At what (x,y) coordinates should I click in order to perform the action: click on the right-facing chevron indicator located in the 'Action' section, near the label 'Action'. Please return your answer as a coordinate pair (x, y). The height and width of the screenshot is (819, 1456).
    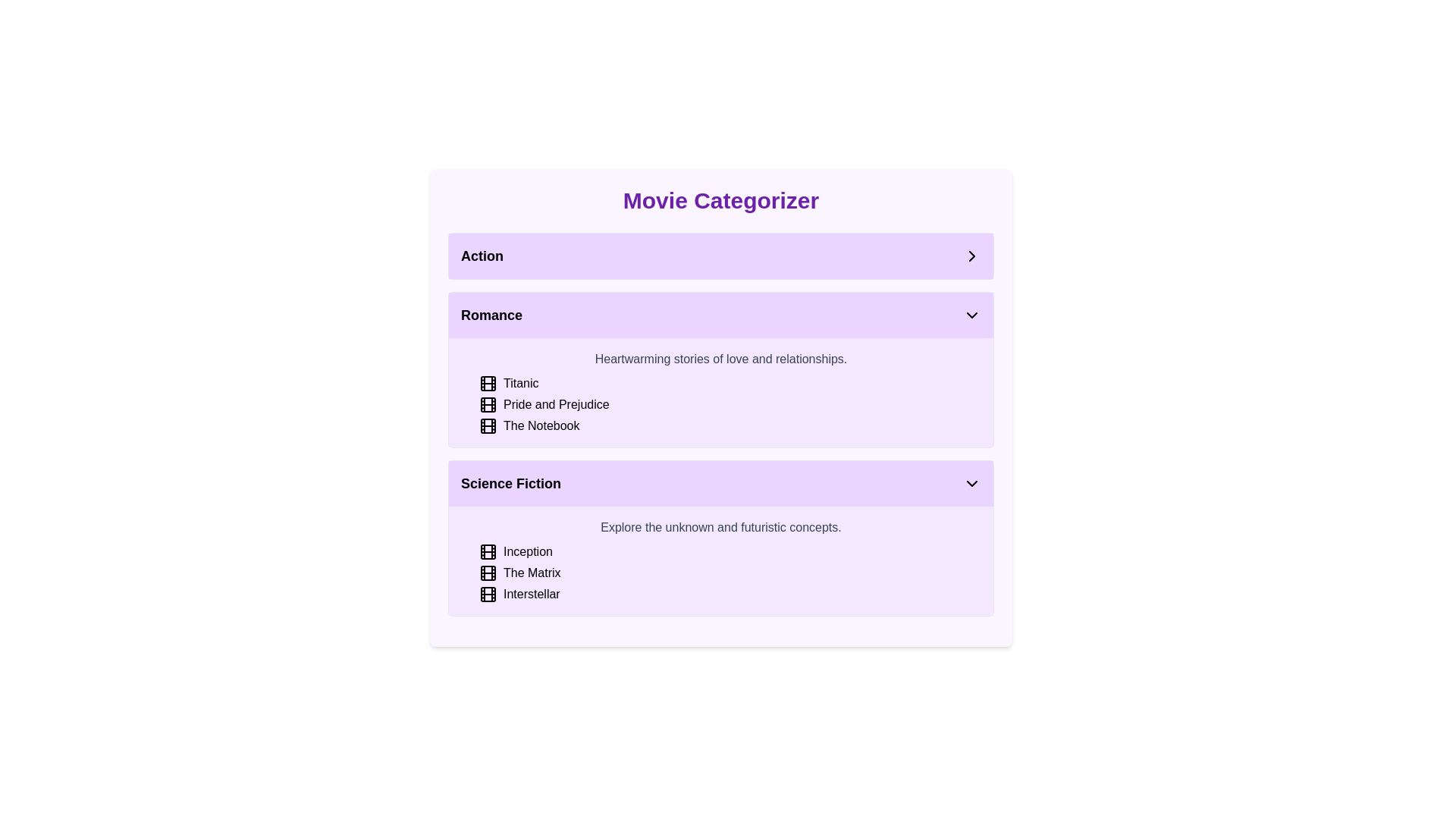
    Looking at the image, I should click on (971, 256).